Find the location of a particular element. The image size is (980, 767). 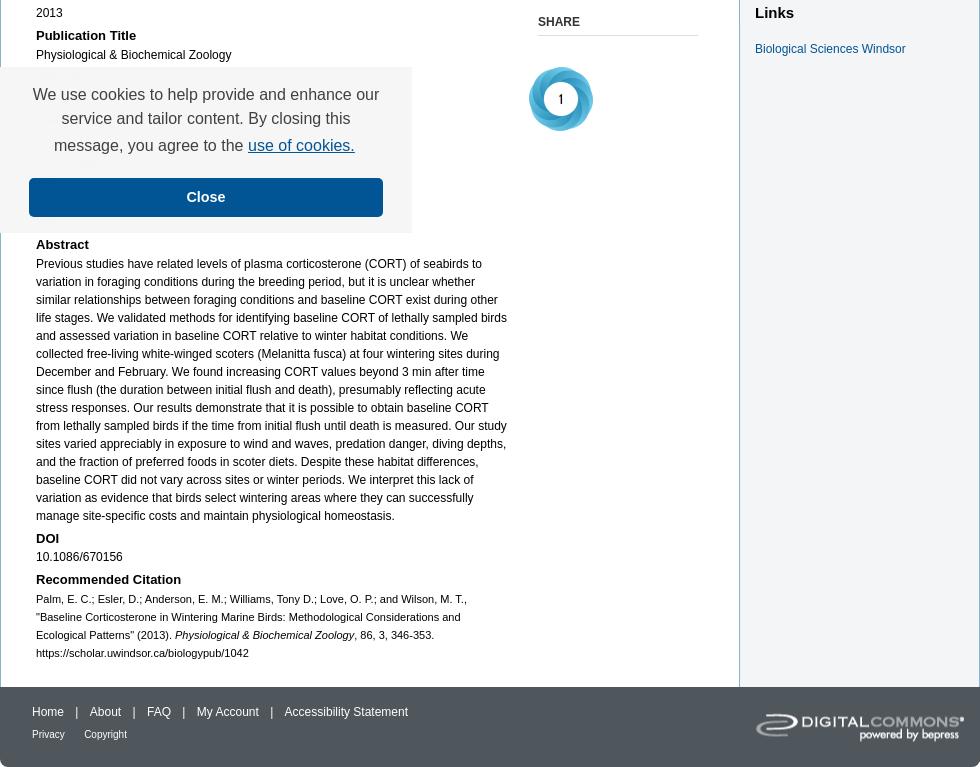

'353' is located at coordinates (45, 219).